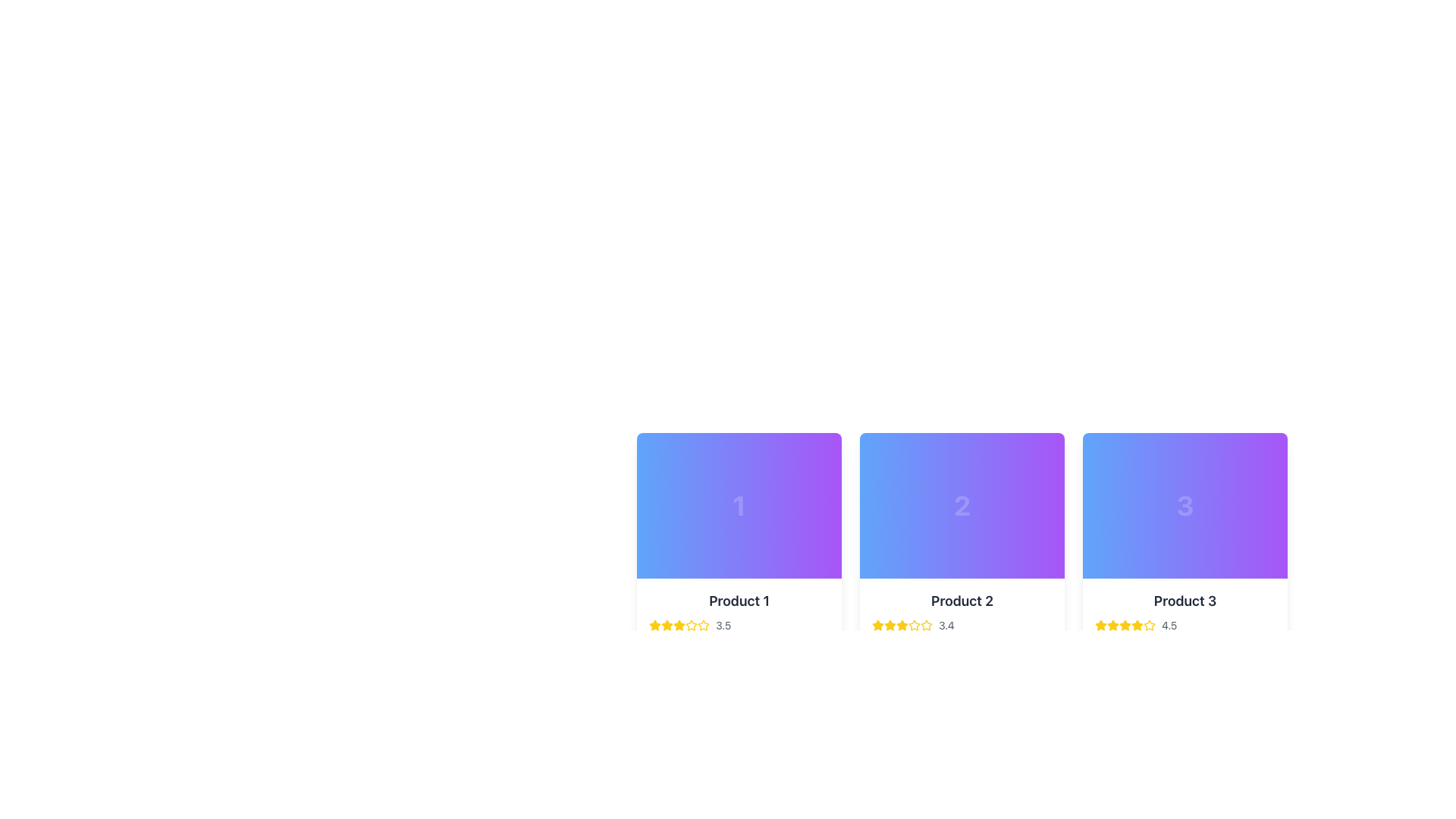  I want to click on average rating value of '3.5' from the star rating component displayed beneath the title 'Product 1' and above the price '$820', so click(739, 626).